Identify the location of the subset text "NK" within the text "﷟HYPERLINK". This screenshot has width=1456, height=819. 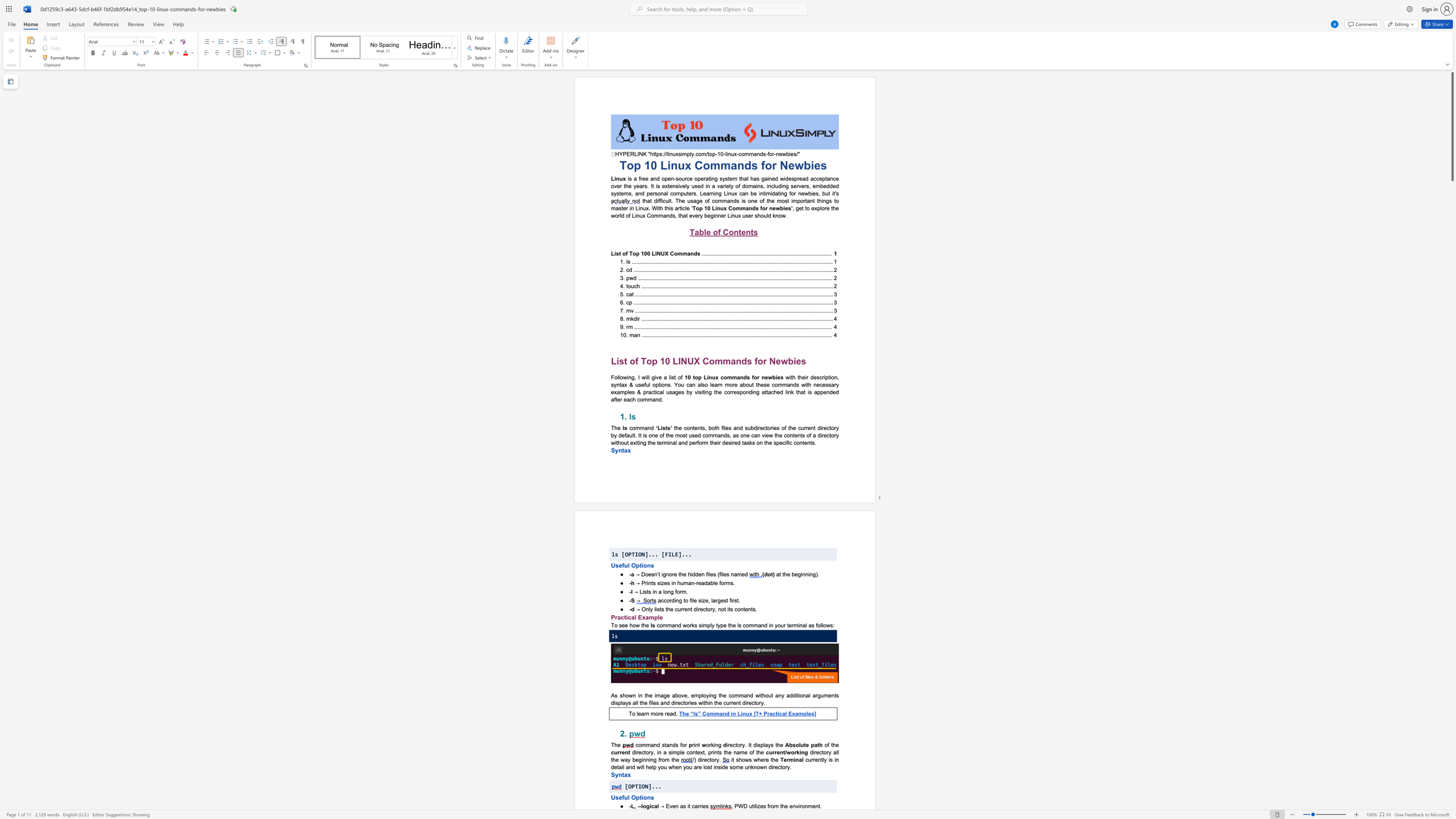
(638, 153).